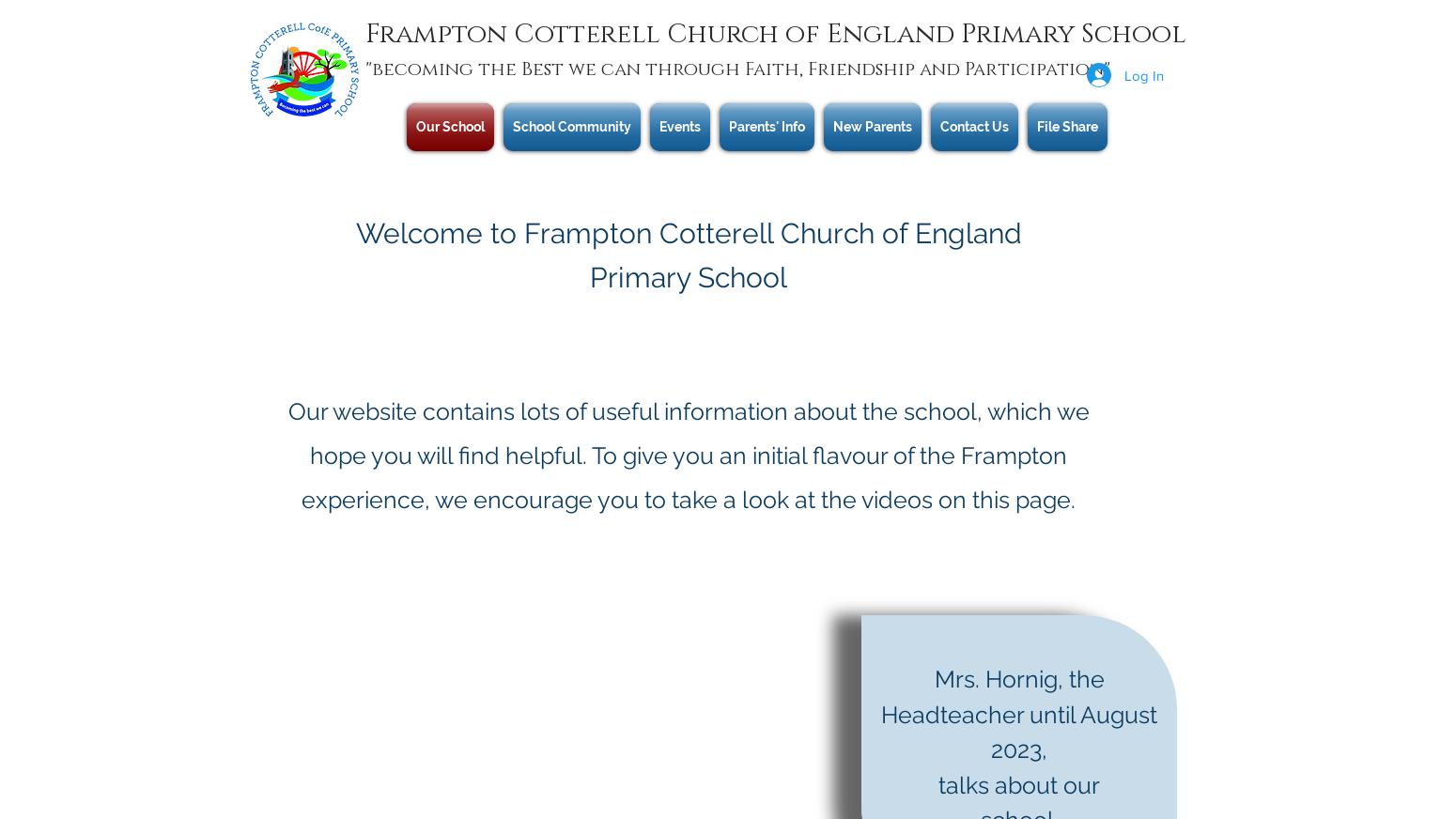  Describe the element at coordinates (873, 126) in the screenshot. I see `'New Parents'` at that location.